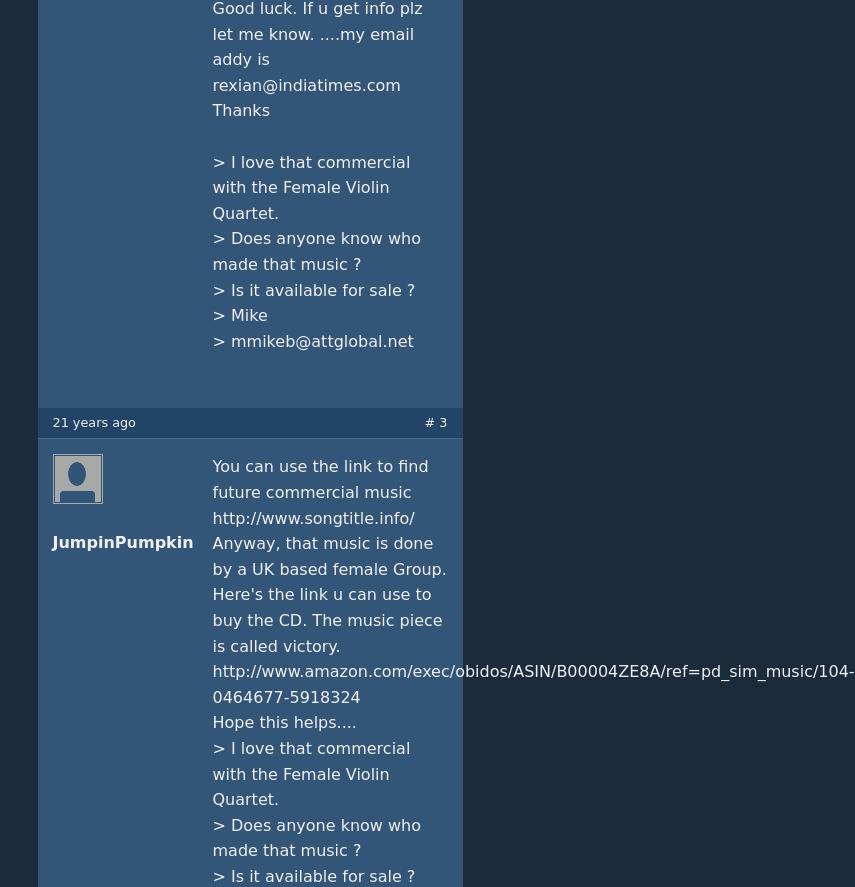 This screenshot has height=887, width=855. What do you see at coordinates (423, 422) in the screenshot?
I see `'# 3'` at bounding box center [423, 422].